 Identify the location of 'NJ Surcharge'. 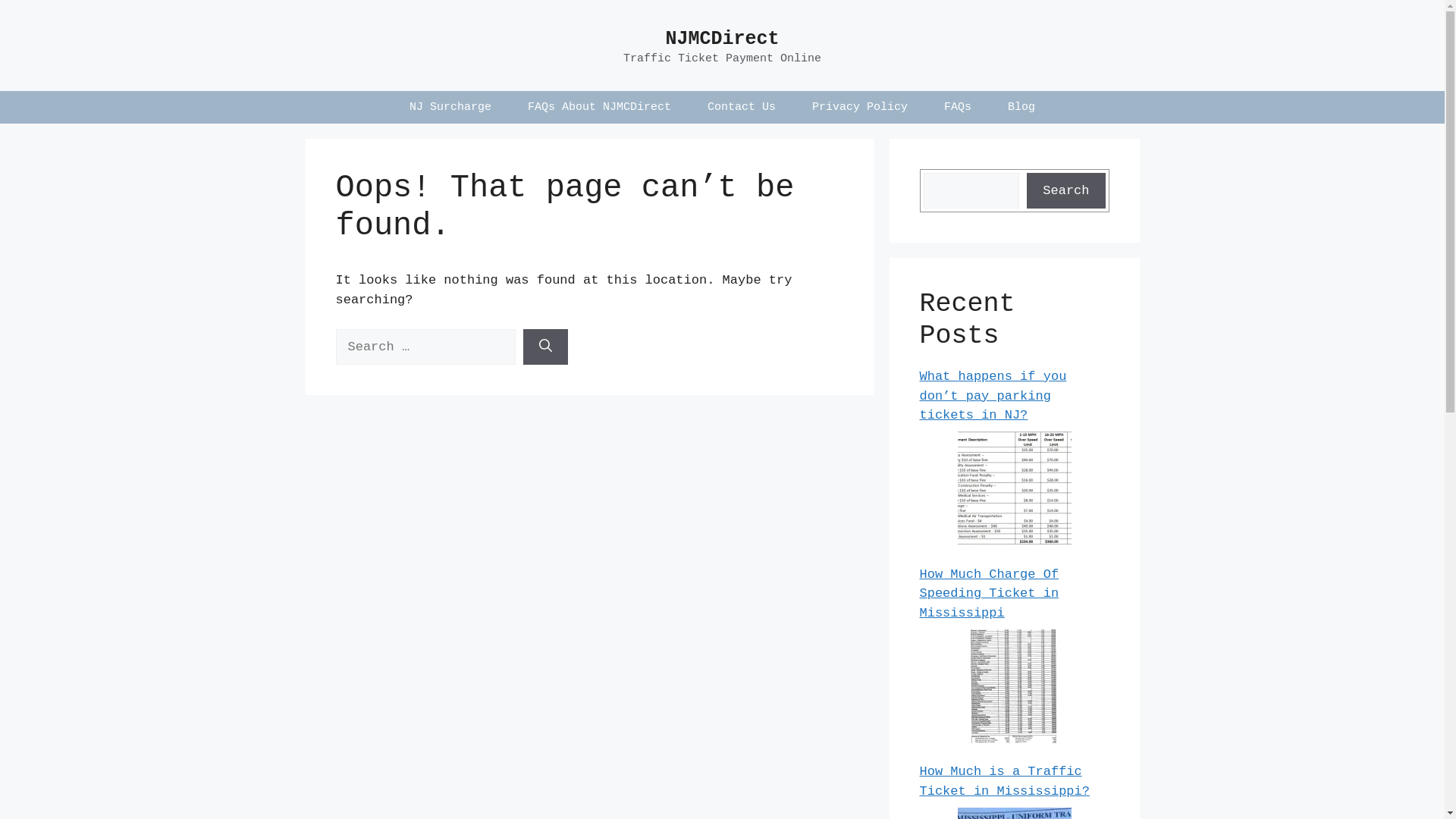
(450, 106).